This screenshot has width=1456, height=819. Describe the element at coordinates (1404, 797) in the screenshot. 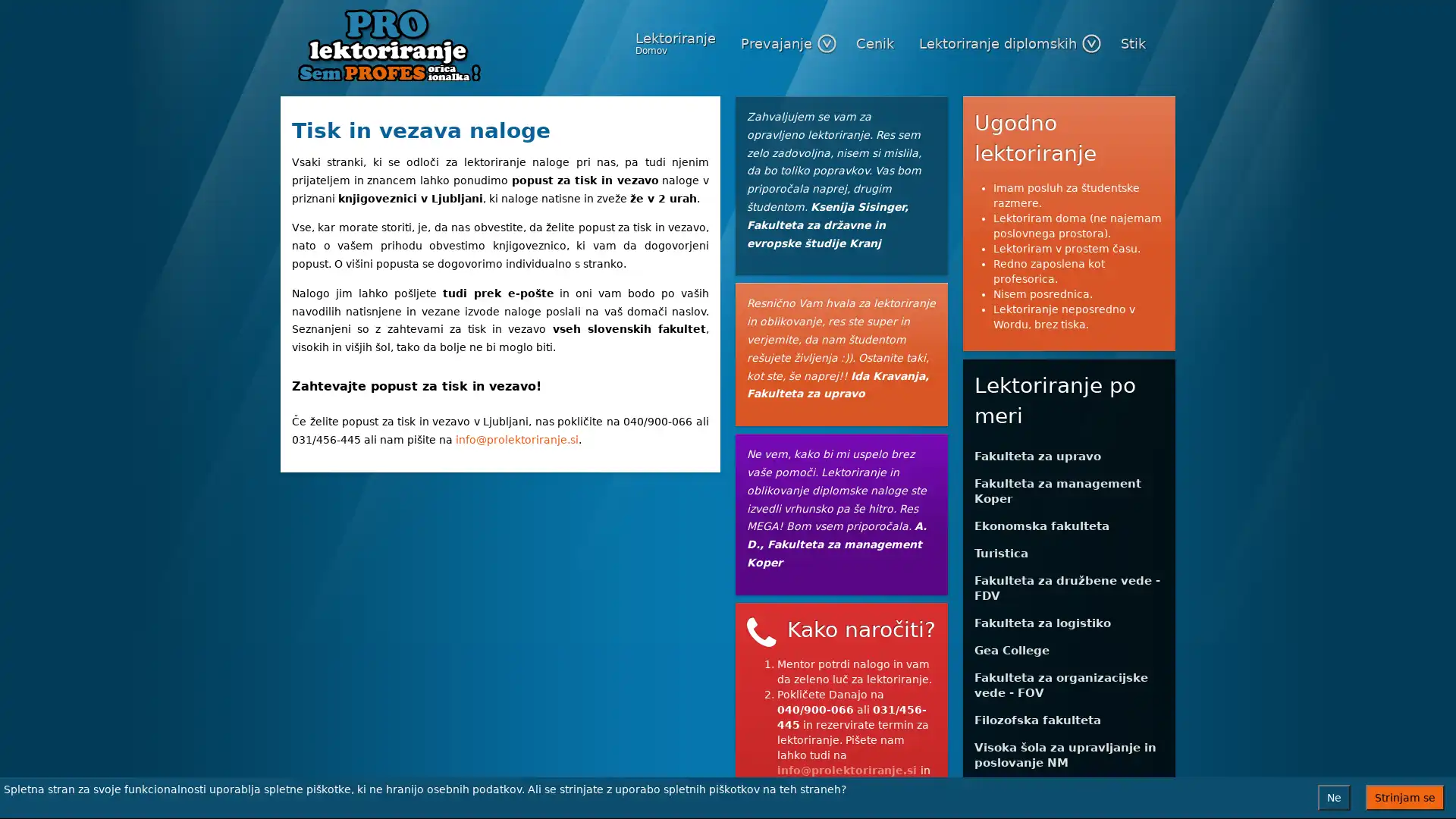

I see `Strinjam se` at that location.